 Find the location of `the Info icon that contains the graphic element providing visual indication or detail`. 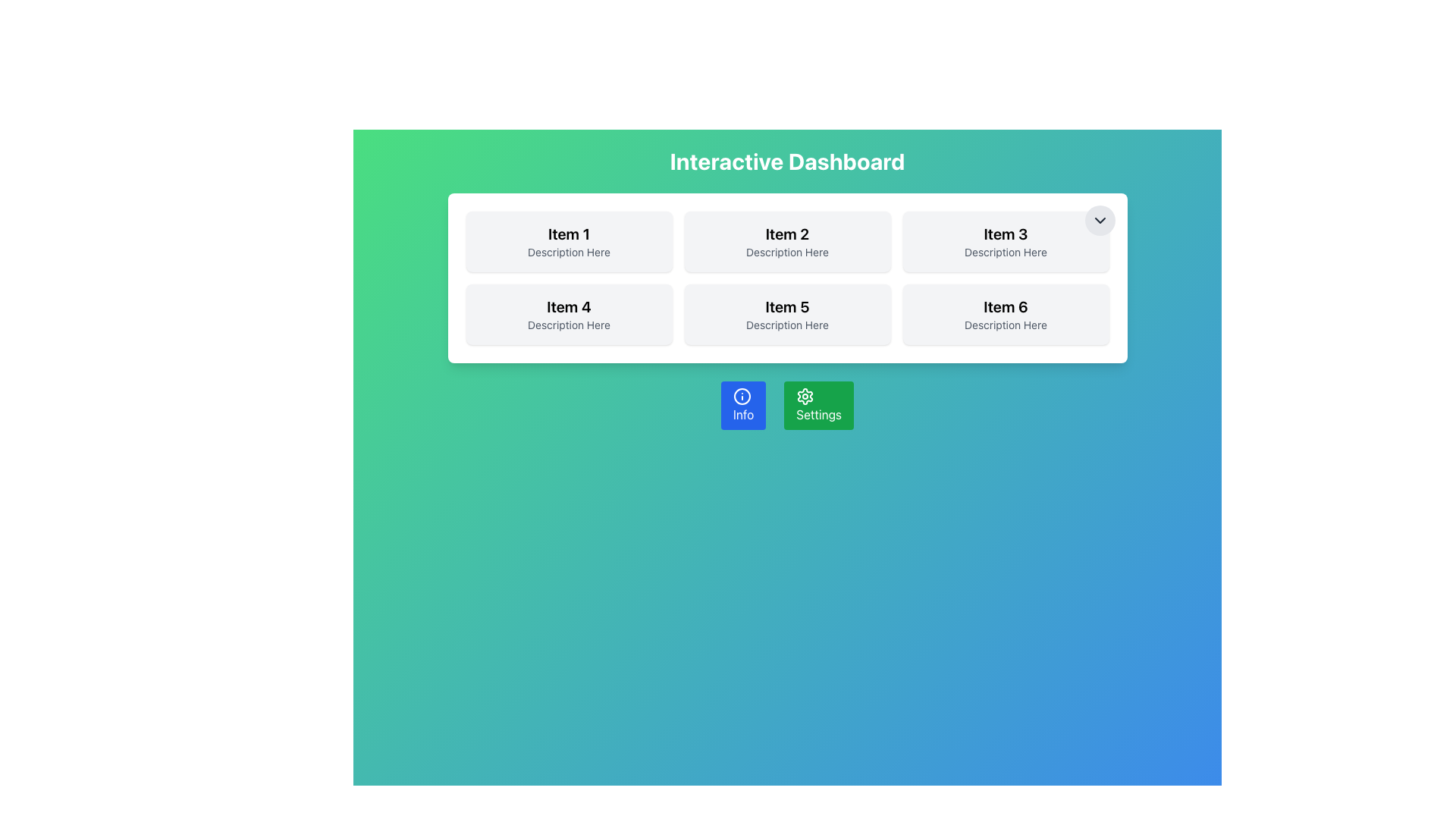

the Info icon that contains the graphic element providing visual indication or detail is located at coordinates (742, 396).